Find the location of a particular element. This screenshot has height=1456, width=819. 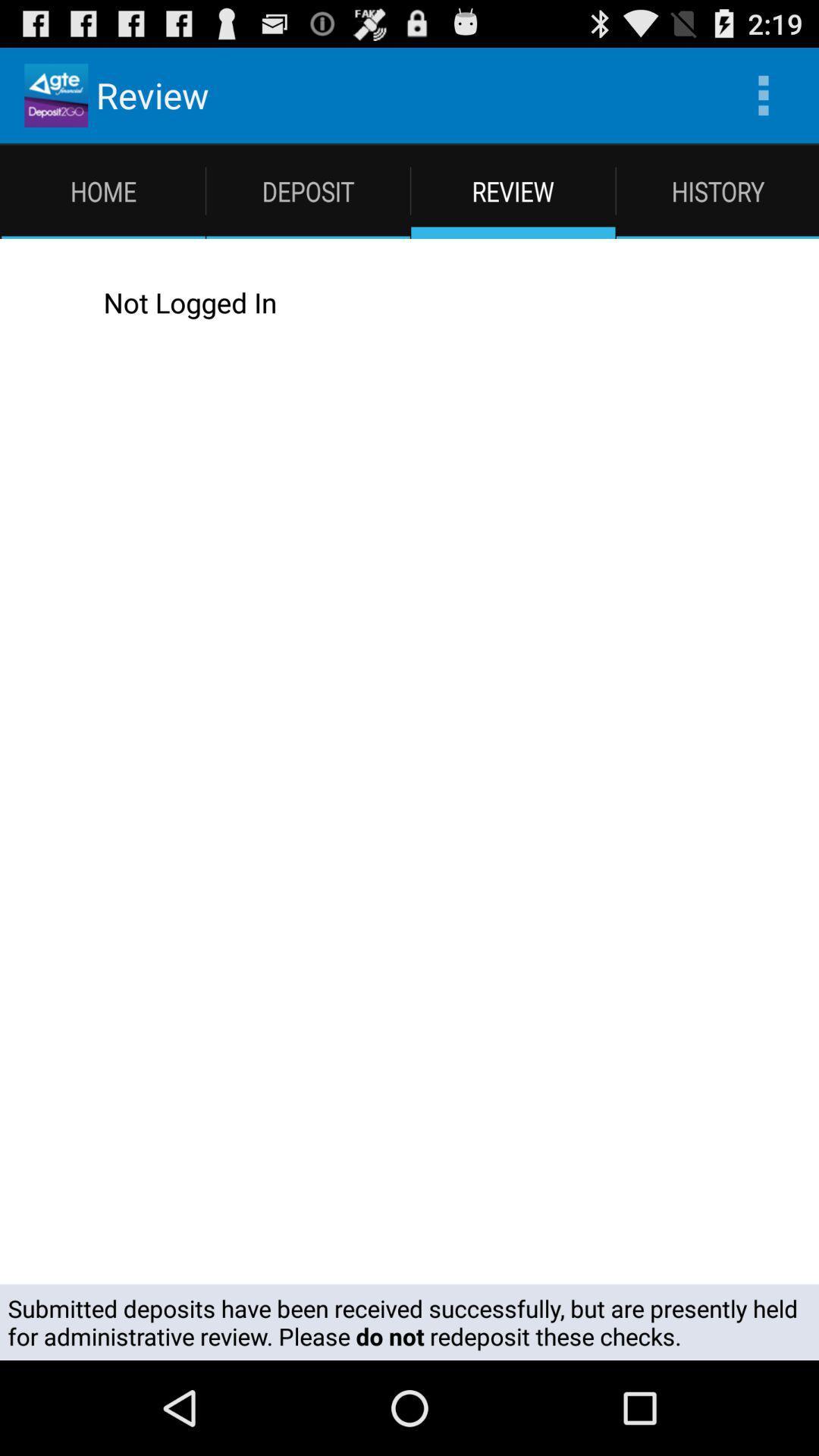

app next to the review app is located at coordinates (763, 94).